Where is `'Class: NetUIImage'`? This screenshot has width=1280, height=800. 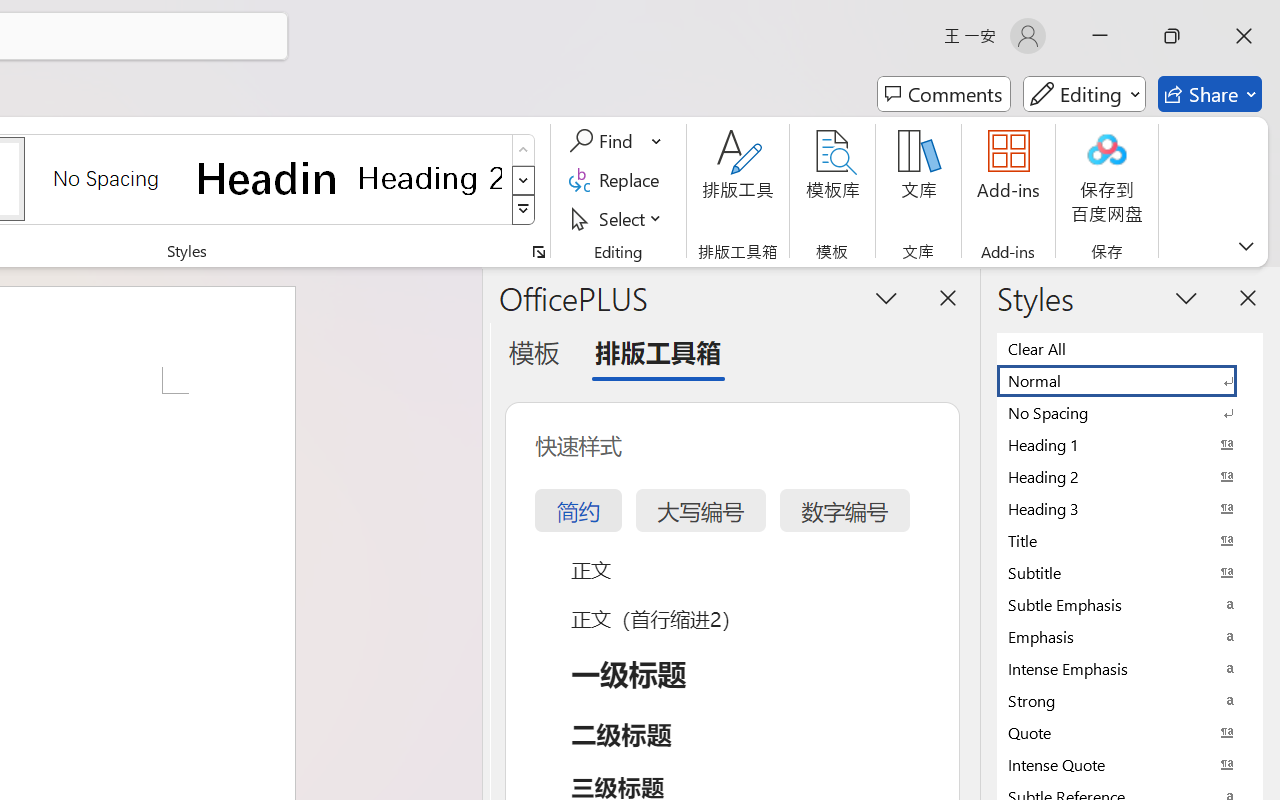 'Class: NetUIImage' is located at coordinates (524, 210).